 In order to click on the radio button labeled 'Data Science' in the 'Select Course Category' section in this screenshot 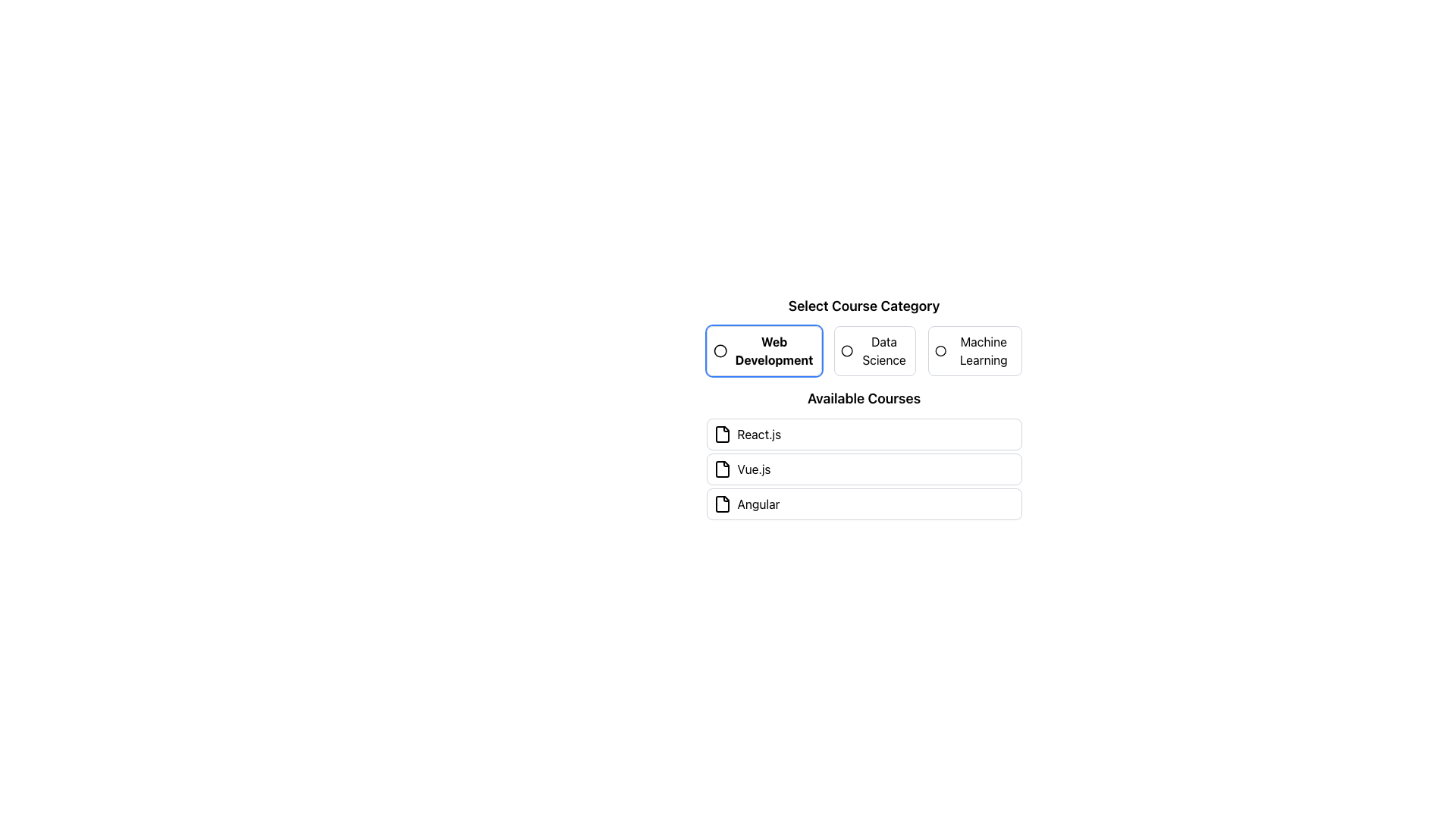, I will do `click(864, 350)`.